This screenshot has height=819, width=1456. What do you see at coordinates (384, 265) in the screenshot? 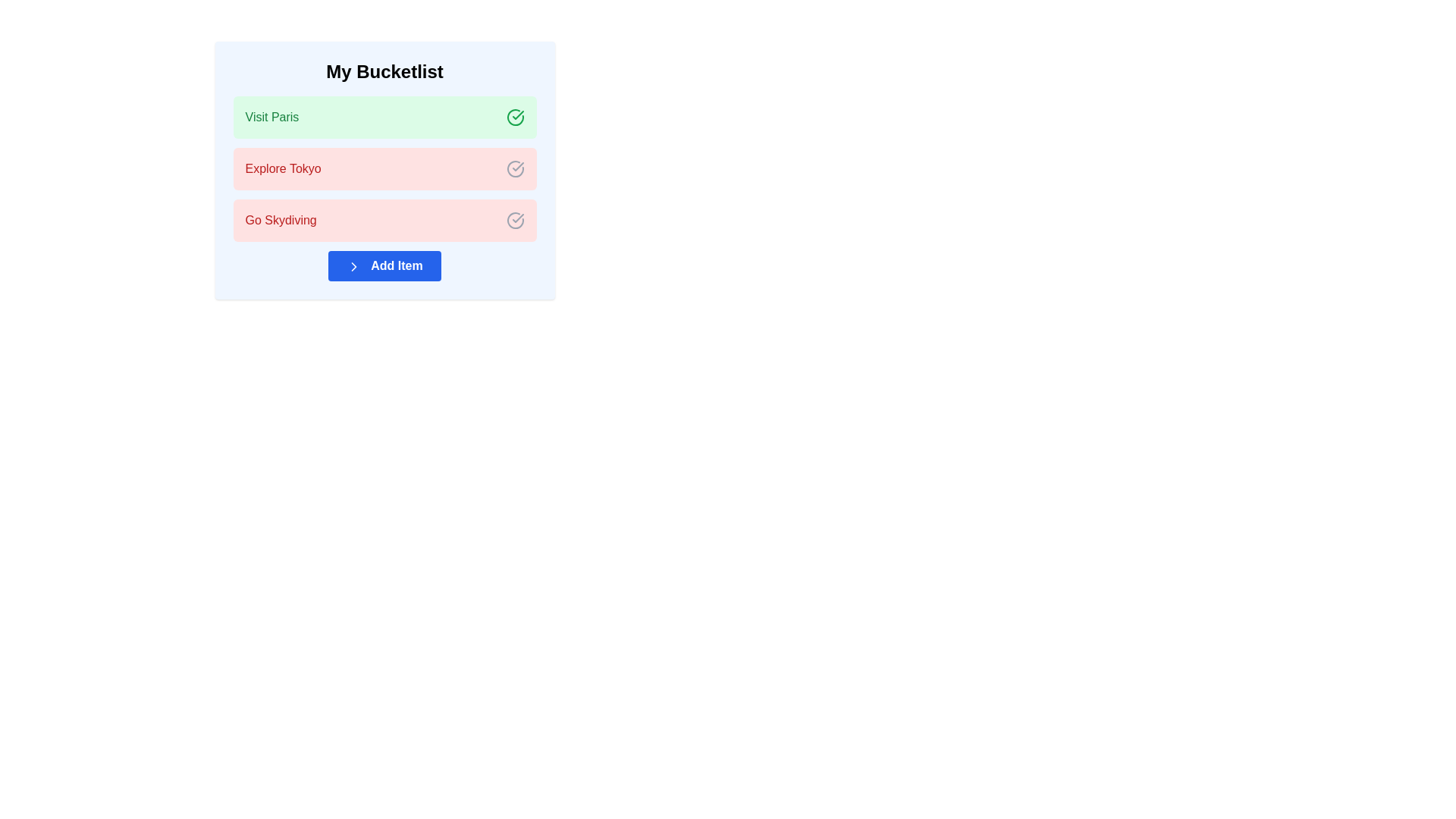
I see `the 'Add Item' button to initiate adding a new item to the checklist` at bounding box center [384, 265].